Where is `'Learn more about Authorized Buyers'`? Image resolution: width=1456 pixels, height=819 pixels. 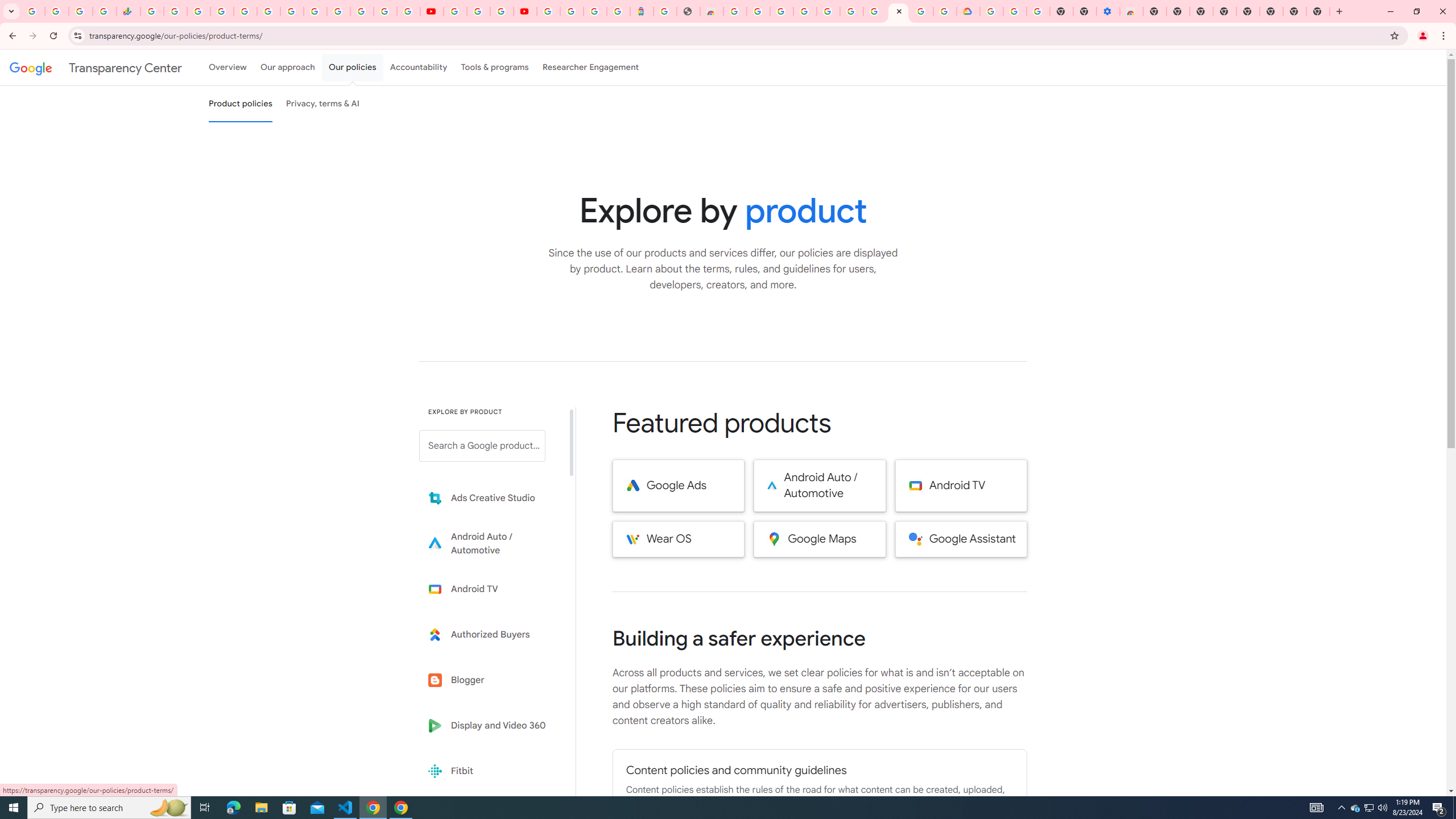 'Learn more about Authorized Buyers' is located at coordinates (490, 634).